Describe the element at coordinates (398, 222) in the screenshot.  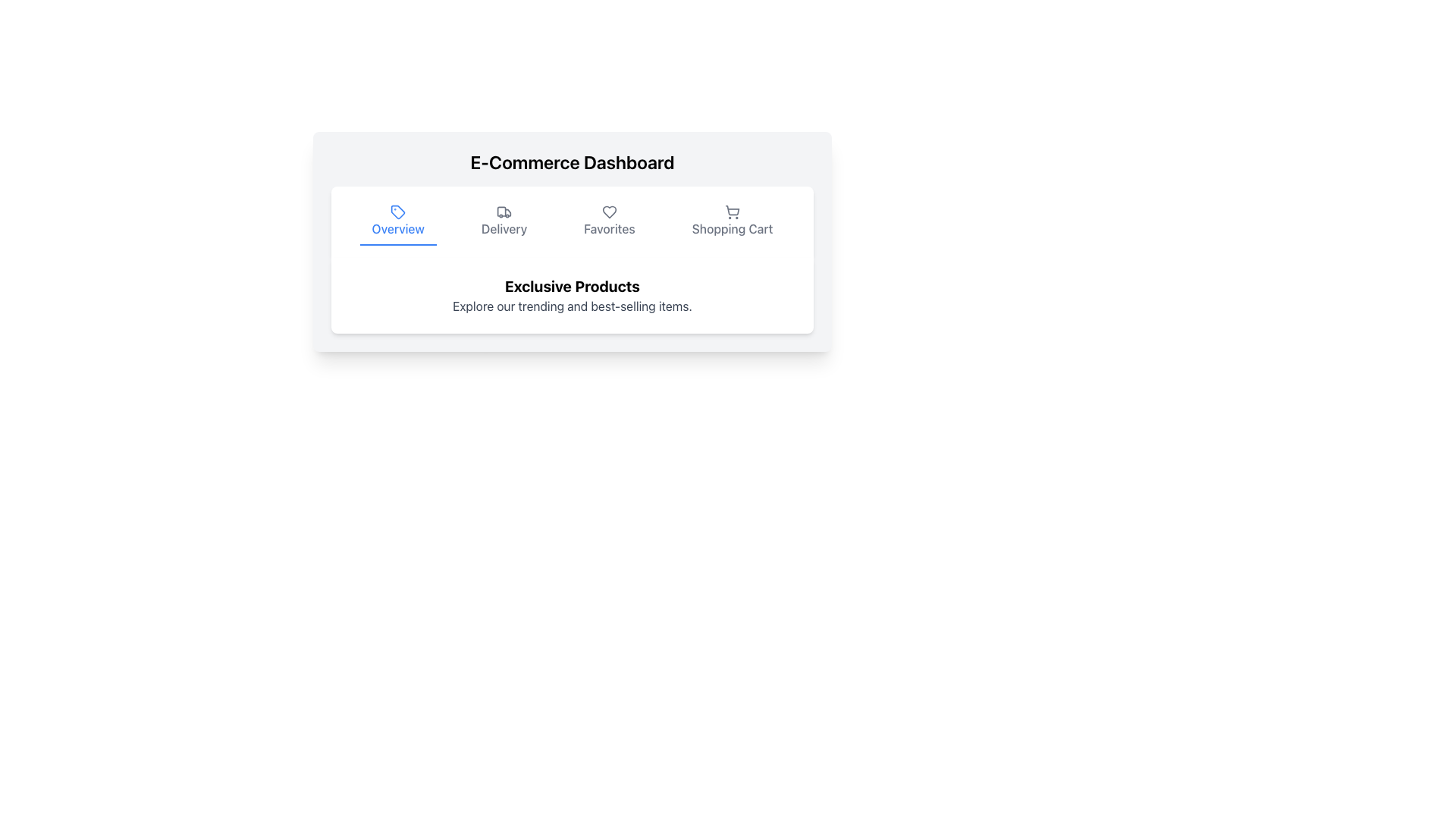
I see `the Interactive navigation button on the far left of the navigation bar` at that location.